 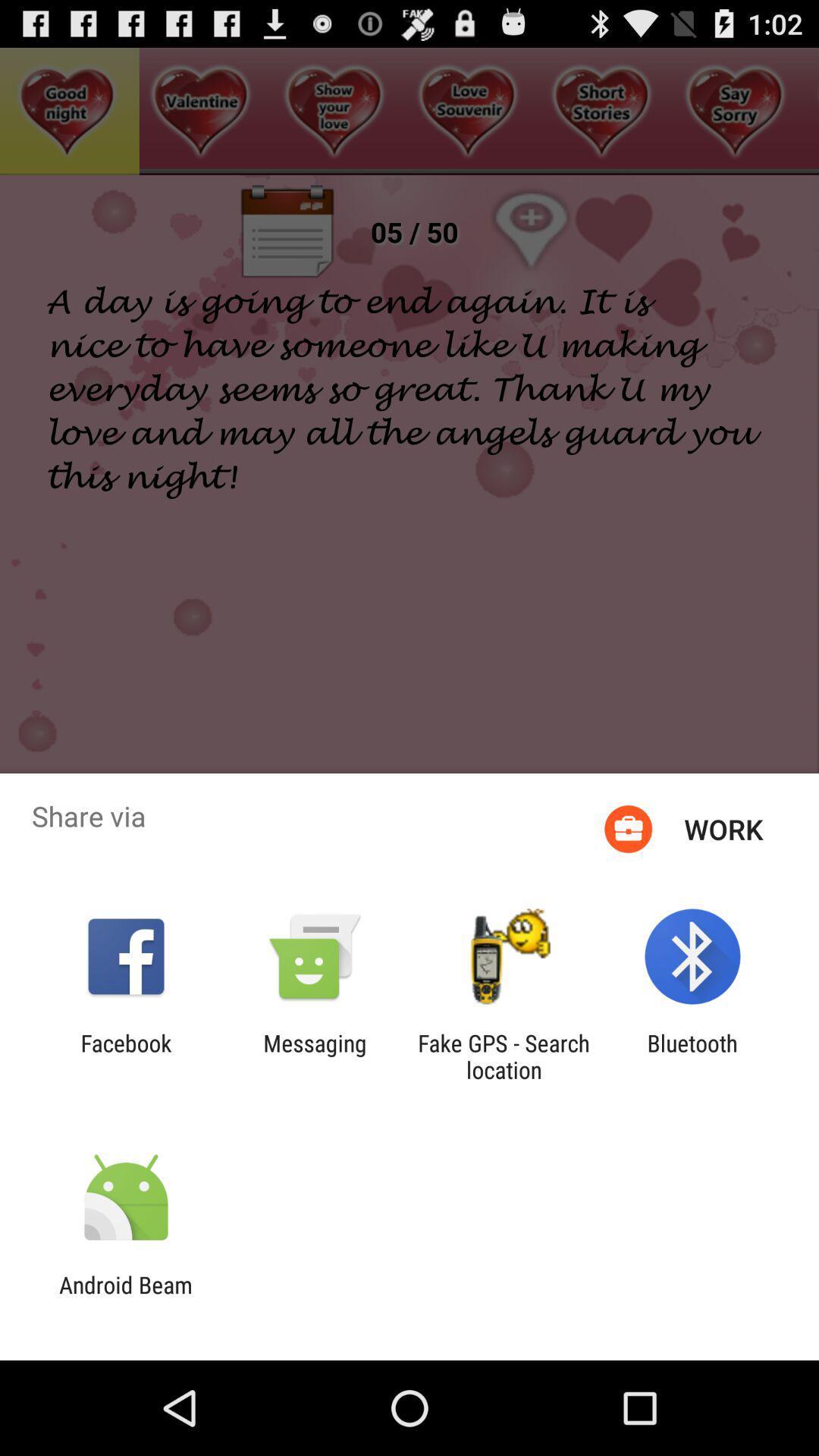 What do you see at coordinates (504, 1056) in the screenshot?
I see `the icon next to the bluetooth icon` at bounding box center [504, 1056].